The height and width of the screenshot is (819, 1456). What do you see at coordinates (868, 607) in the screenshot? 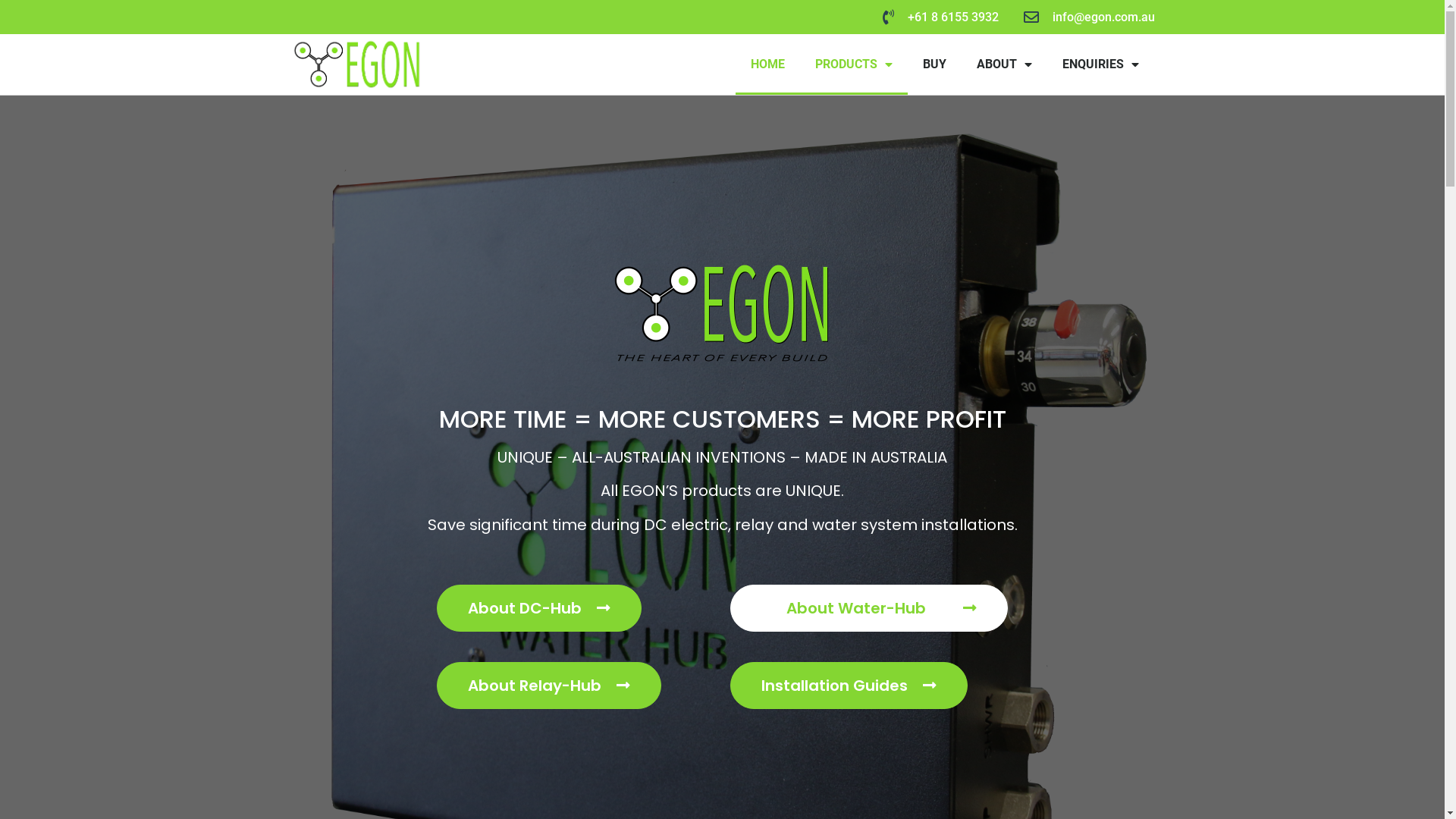
I see `'About Water-Hub'` at bounding box center [868, 607].